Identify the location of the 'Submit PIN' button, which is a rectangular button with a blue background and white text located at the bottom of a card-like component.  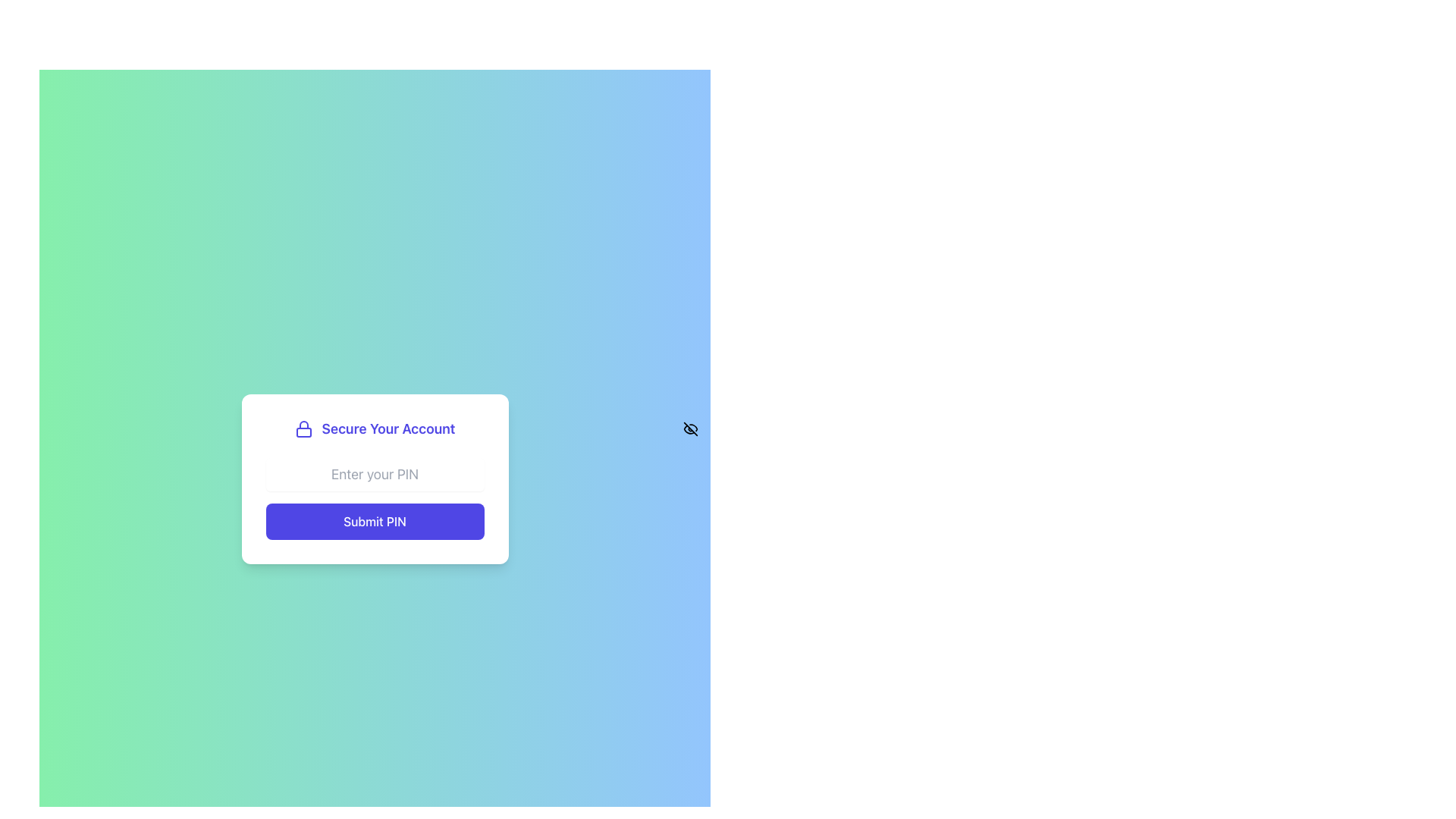
(375, 520).